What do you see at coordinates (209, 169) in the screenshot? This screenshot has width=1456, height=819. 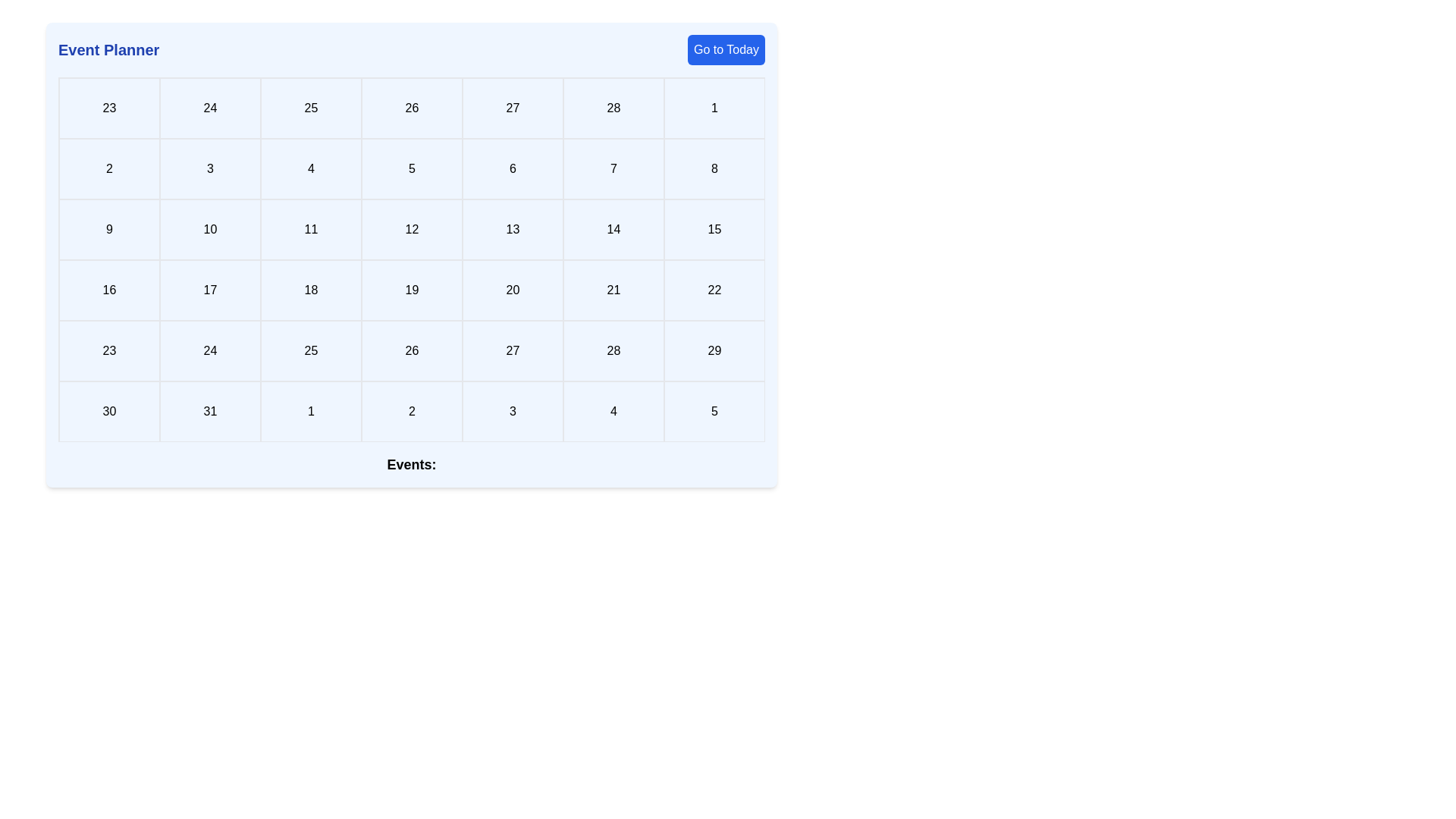 I see `the grid cell located in the second row and third column, which is between the cells containing '2' on the left and '4' on the right` at bounding box center [209, 169].